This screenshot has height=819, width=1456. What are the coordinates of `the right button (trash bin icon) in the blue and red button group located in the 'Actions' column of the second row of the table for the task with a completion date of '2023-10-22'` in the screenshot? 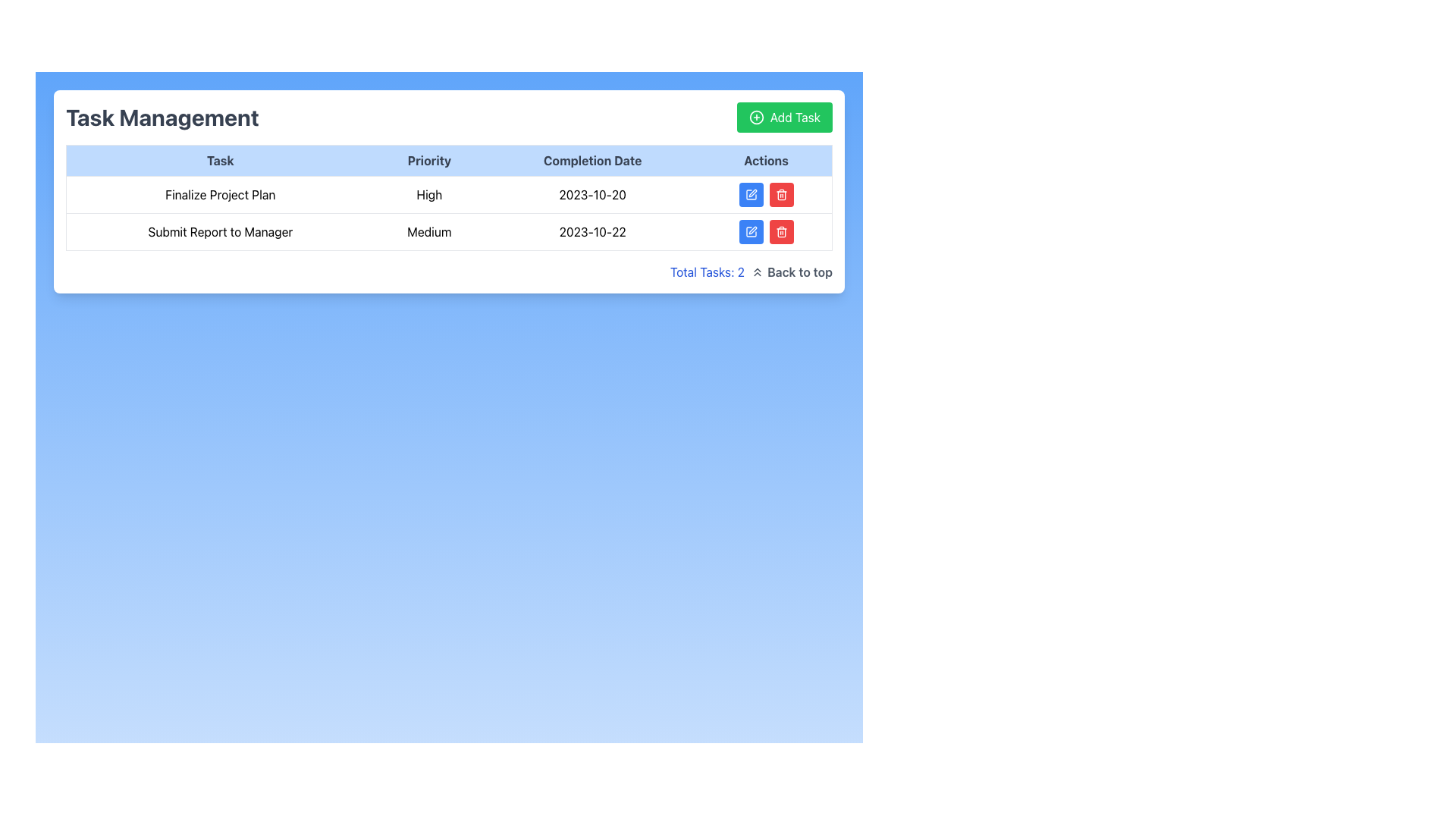 It's located at (766, 231).